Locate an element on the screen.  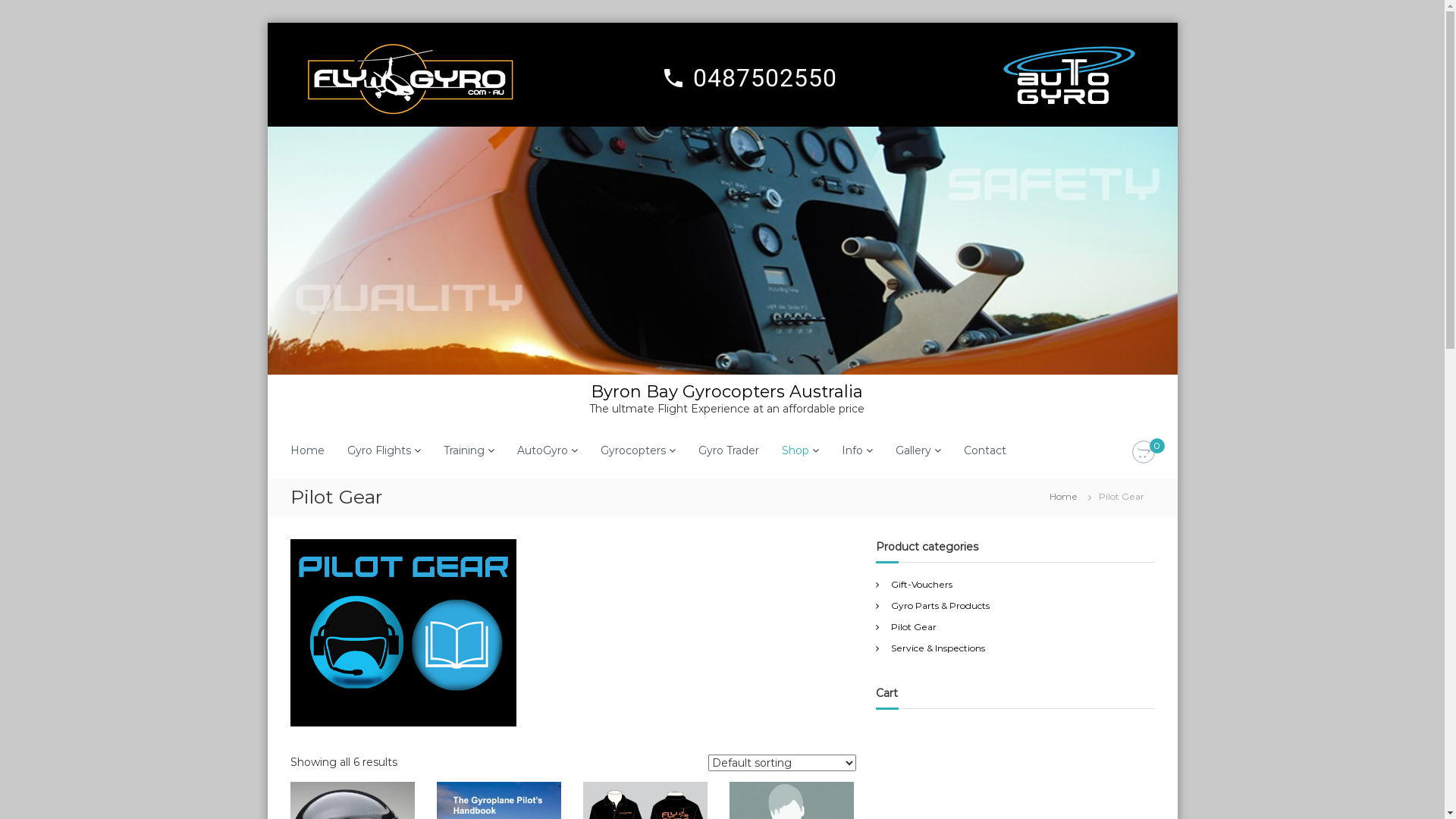
'local_phone 0487502550' is located at coordinates (748, 78).